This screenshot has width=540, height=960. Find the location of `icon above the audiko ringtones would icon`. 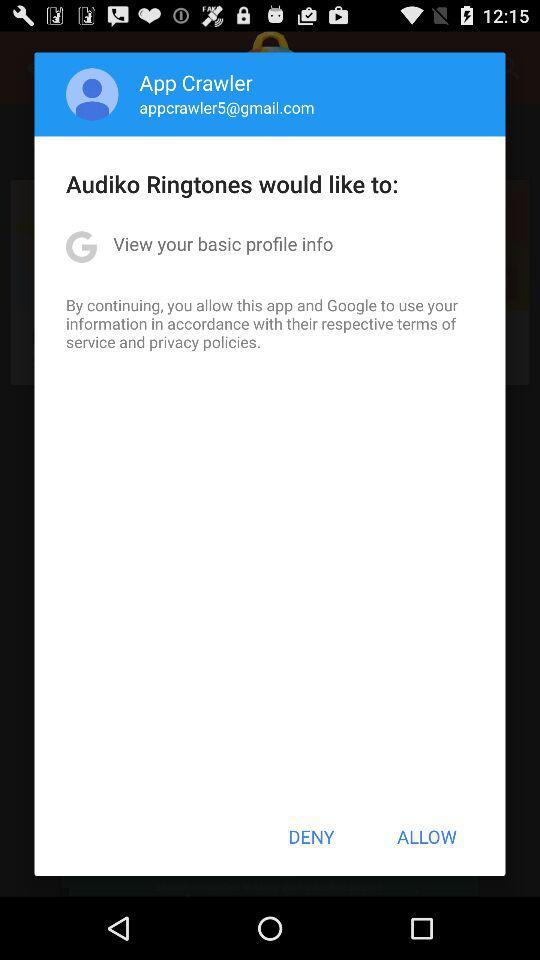

icon above the audiko ringtones would icon is located at coordinates (226, 107).